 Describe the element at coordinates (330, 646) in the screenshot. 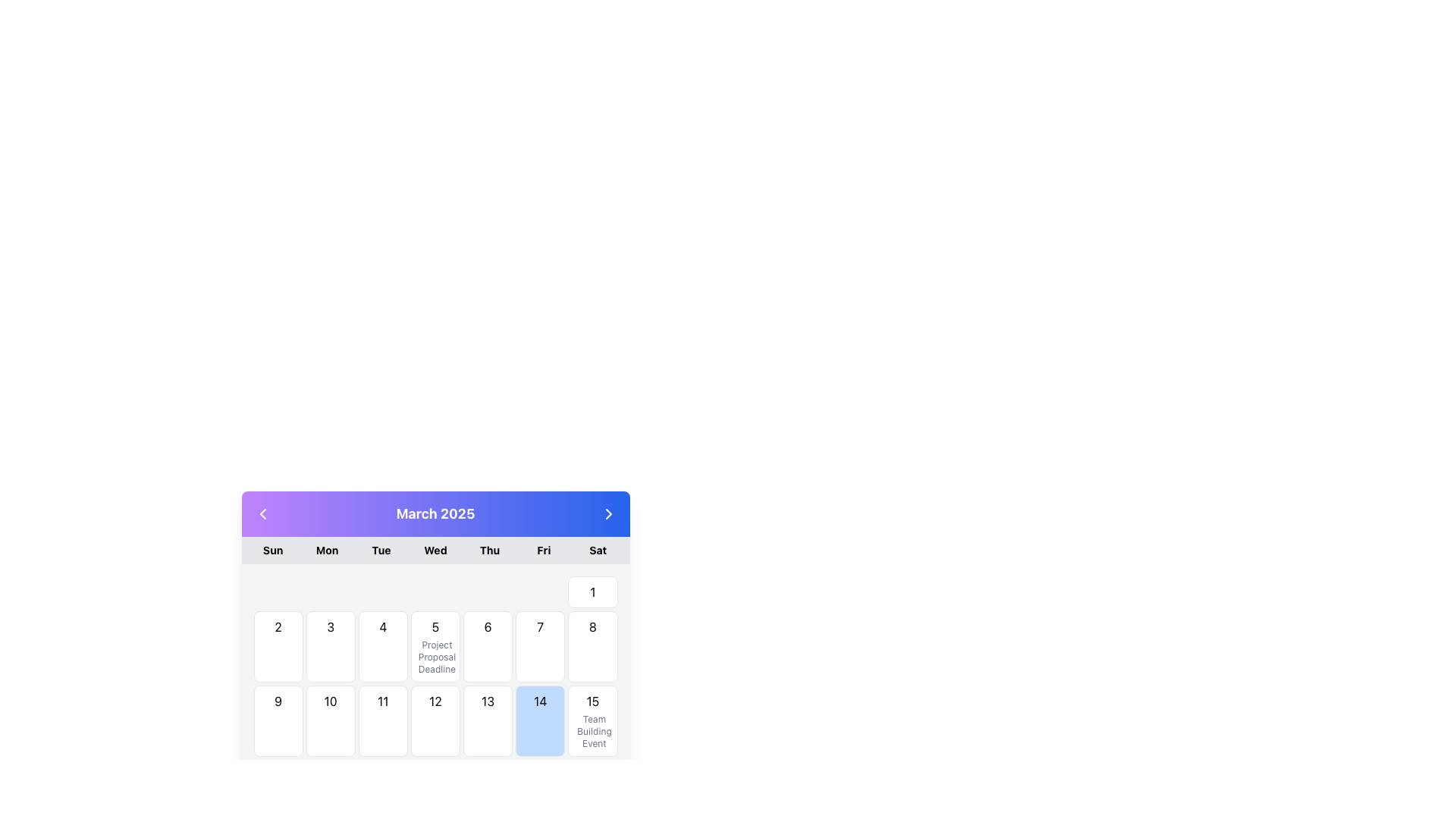

I see `the calendar cell displaying the number '3', which is the third cell in the second row of the calendar grid` at that location.